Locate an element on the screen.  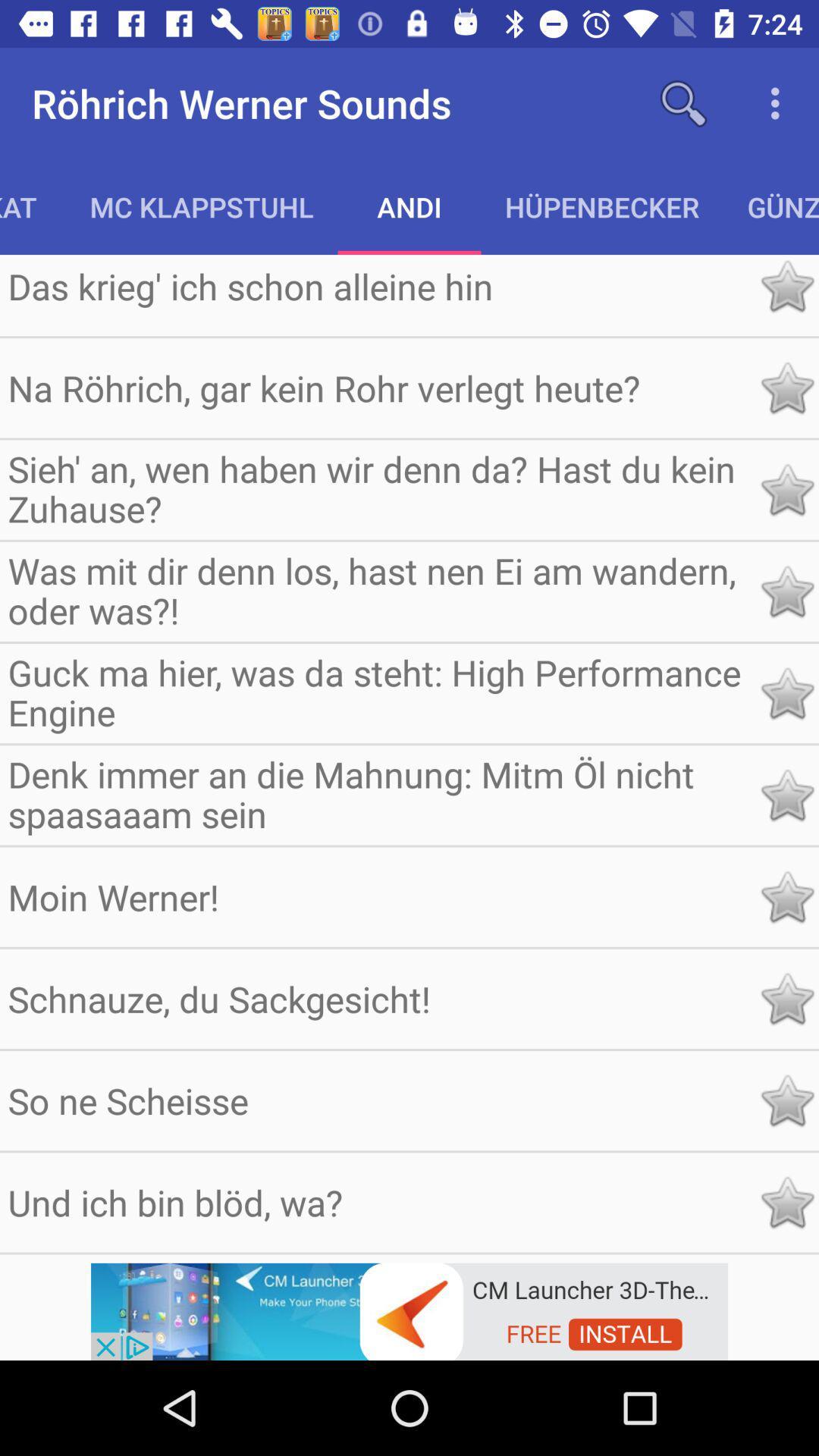
this item is located at coordinates (786, 999).